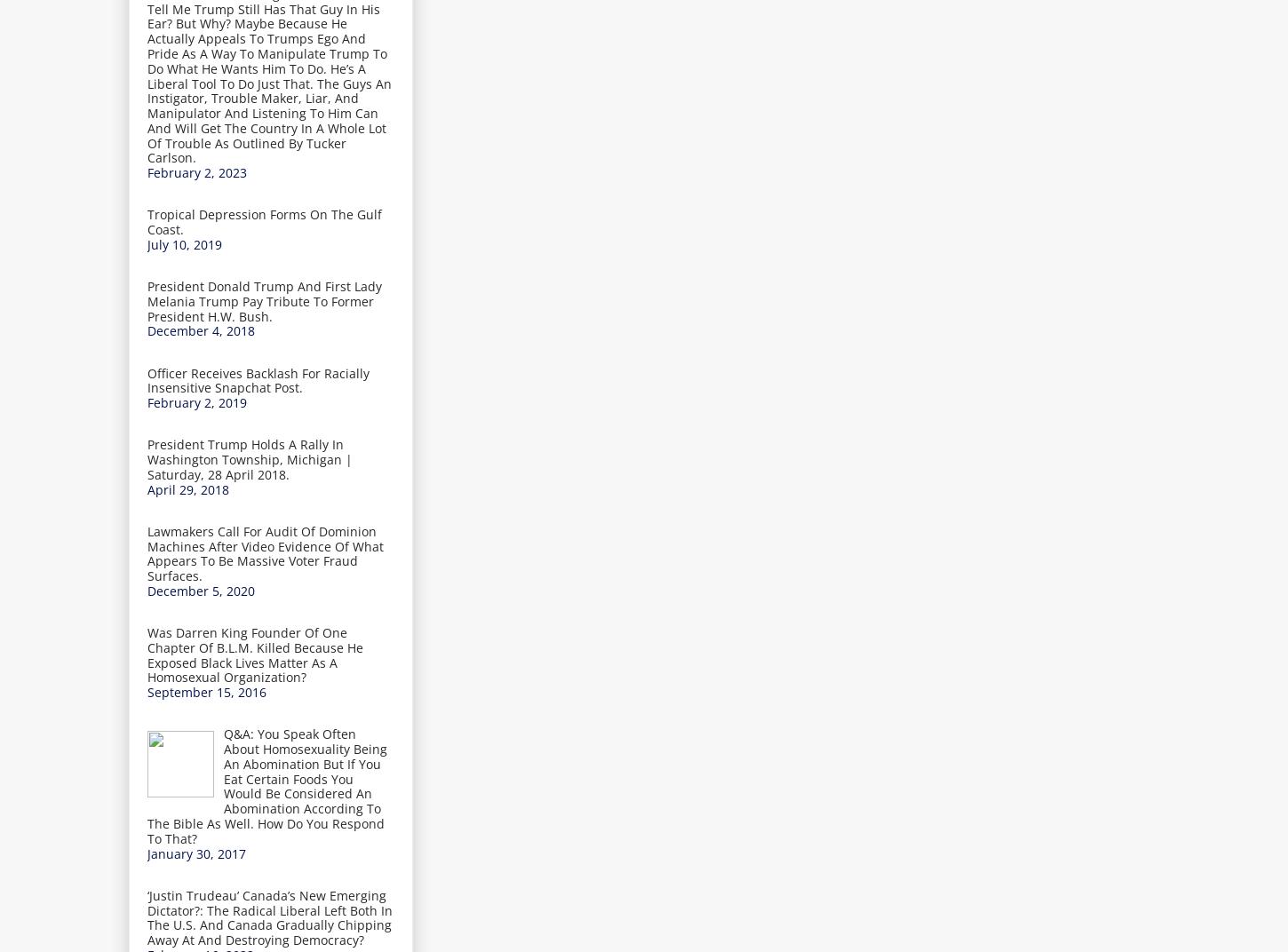  I want to click on 'April 29, 2018', so click(187, 488).